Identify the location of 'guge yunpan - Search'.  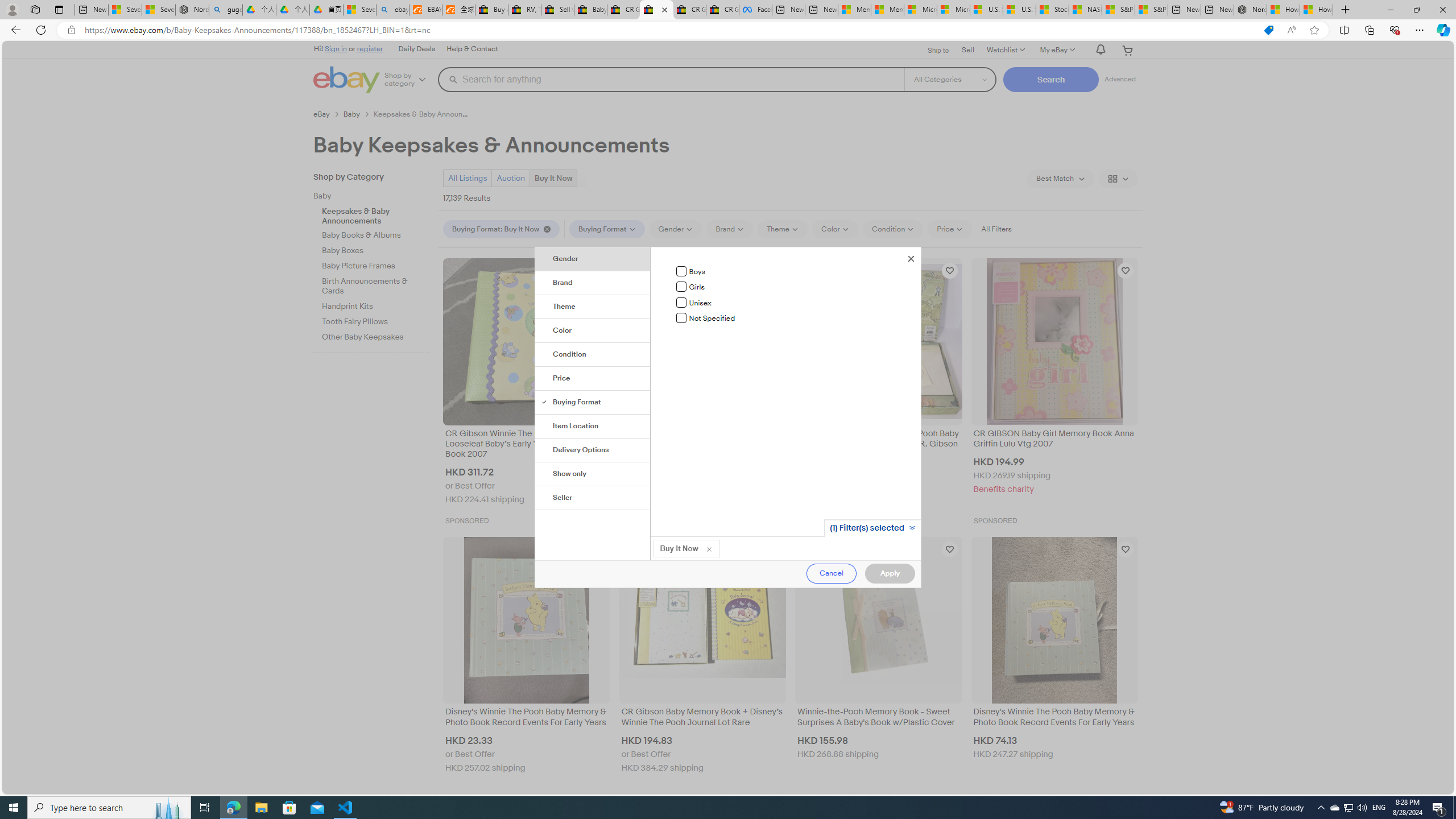
(225, 9).